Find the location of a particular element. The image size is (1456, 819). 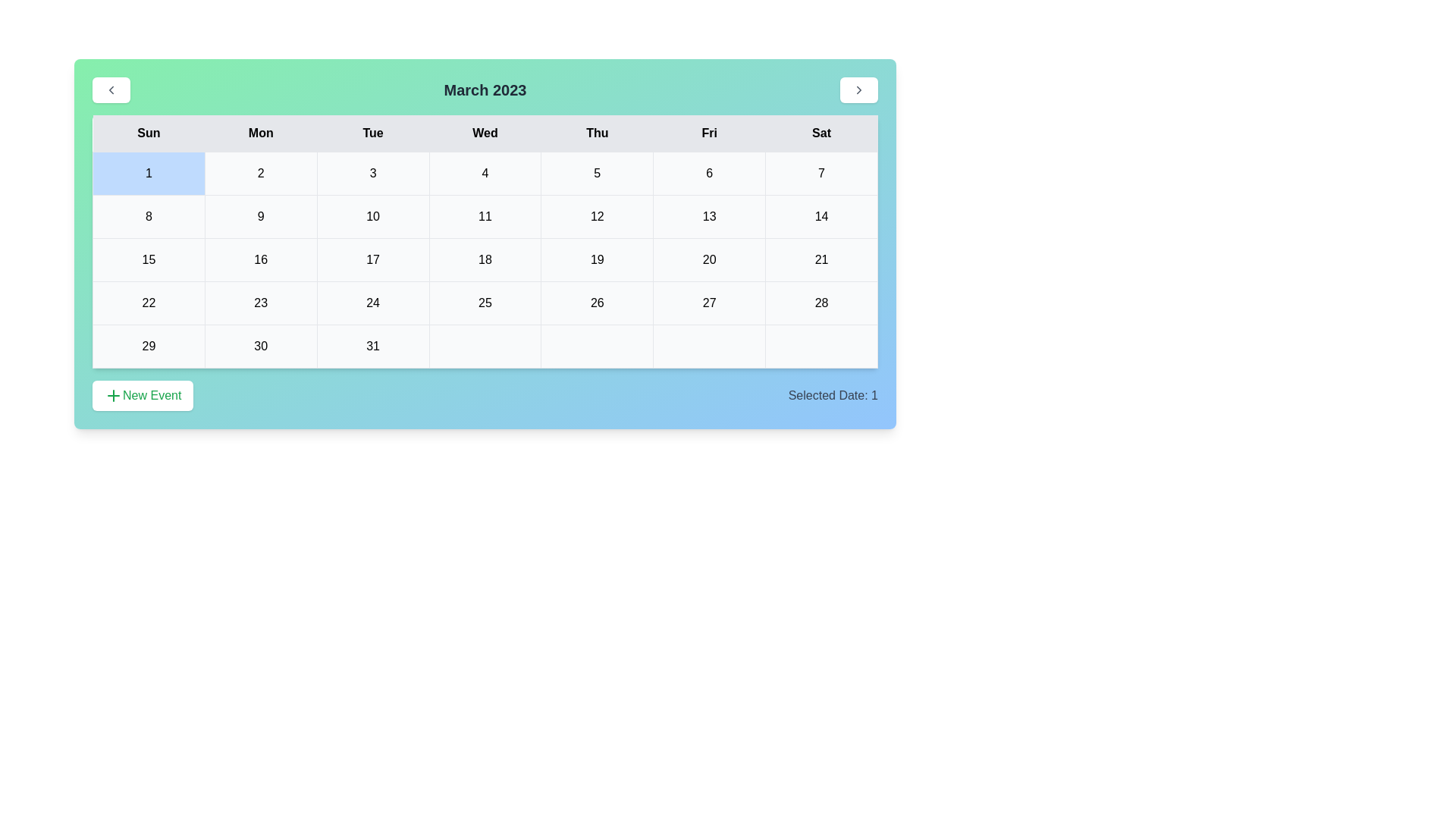

the cell representing the date 20 in the calendar is located at coordinates (709, 259).